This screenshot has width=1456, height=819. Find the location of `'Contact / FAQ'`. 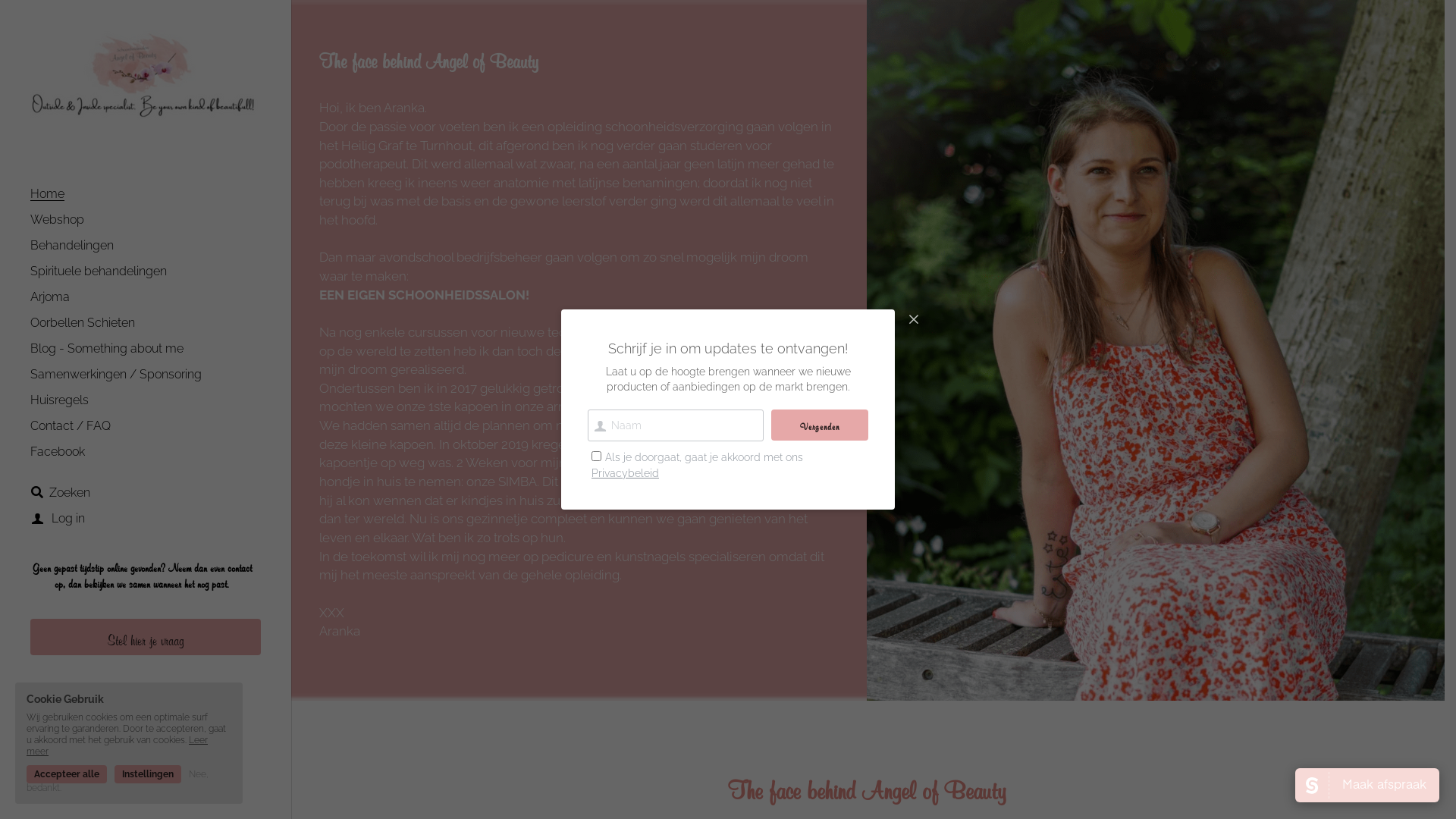

'Contact / FAQ' is located at coordinates (69, 425).